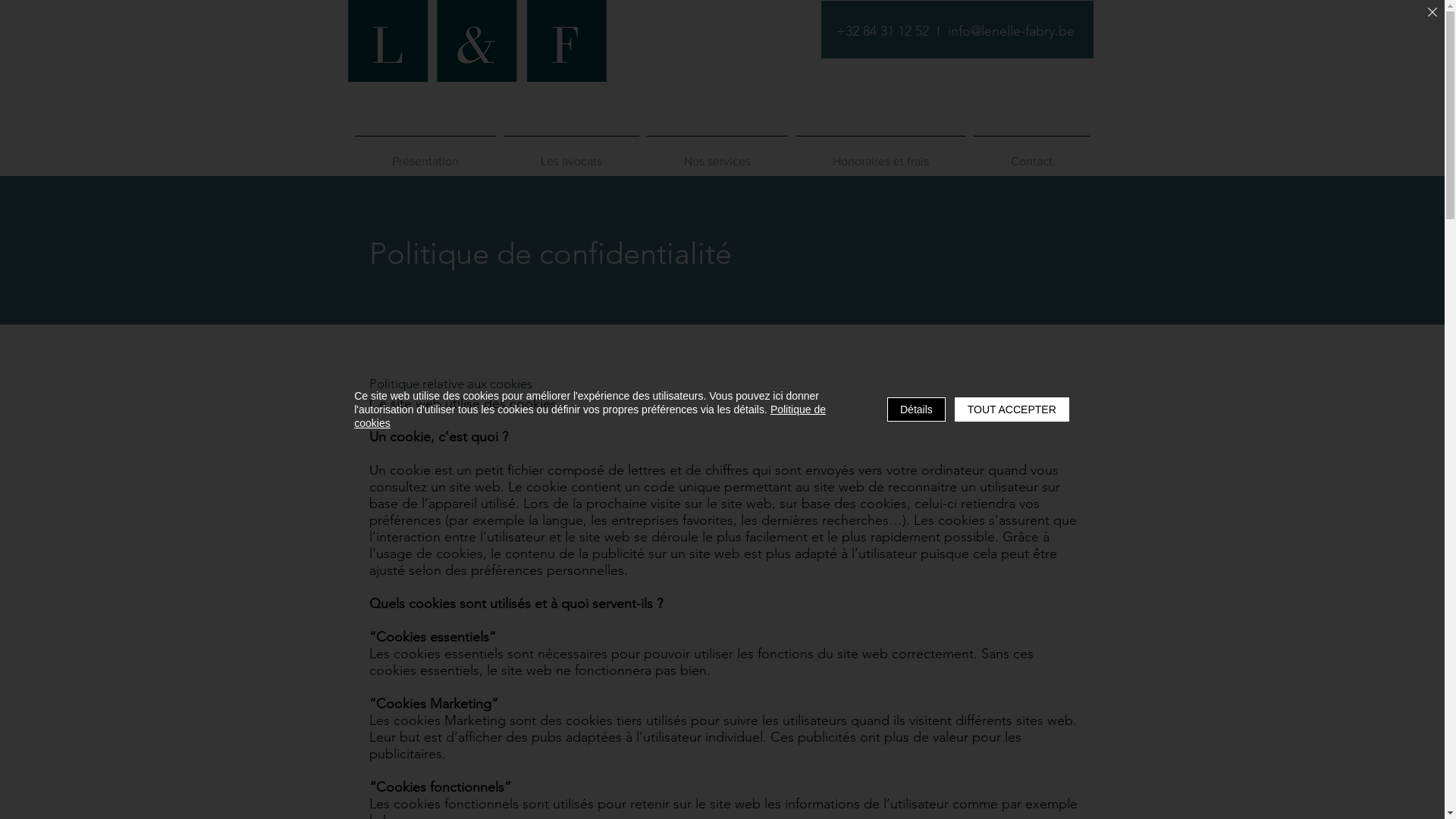 Image resolution: width=1456 pixels, height=819 pixels. Describe the element at coordinates (570, 155) in the screenshot. I see `'Les avocats'` at that location.